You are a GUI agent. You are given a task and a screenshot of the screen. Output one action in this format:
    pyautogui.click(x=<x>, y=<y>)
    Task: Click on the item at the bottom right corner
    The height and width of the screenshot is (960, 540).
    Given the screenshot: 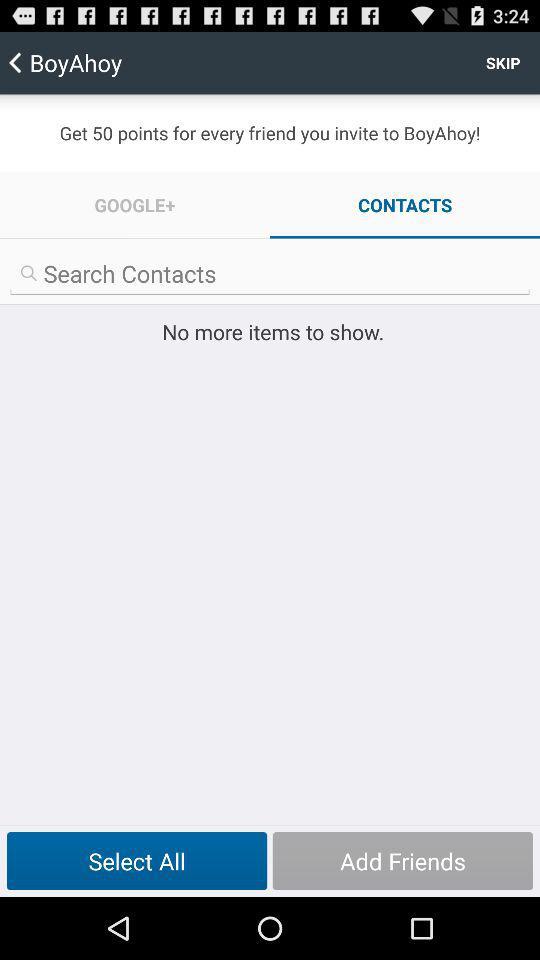 What is the action you would take?
    pyautogui.click(x=402, y=860)
    